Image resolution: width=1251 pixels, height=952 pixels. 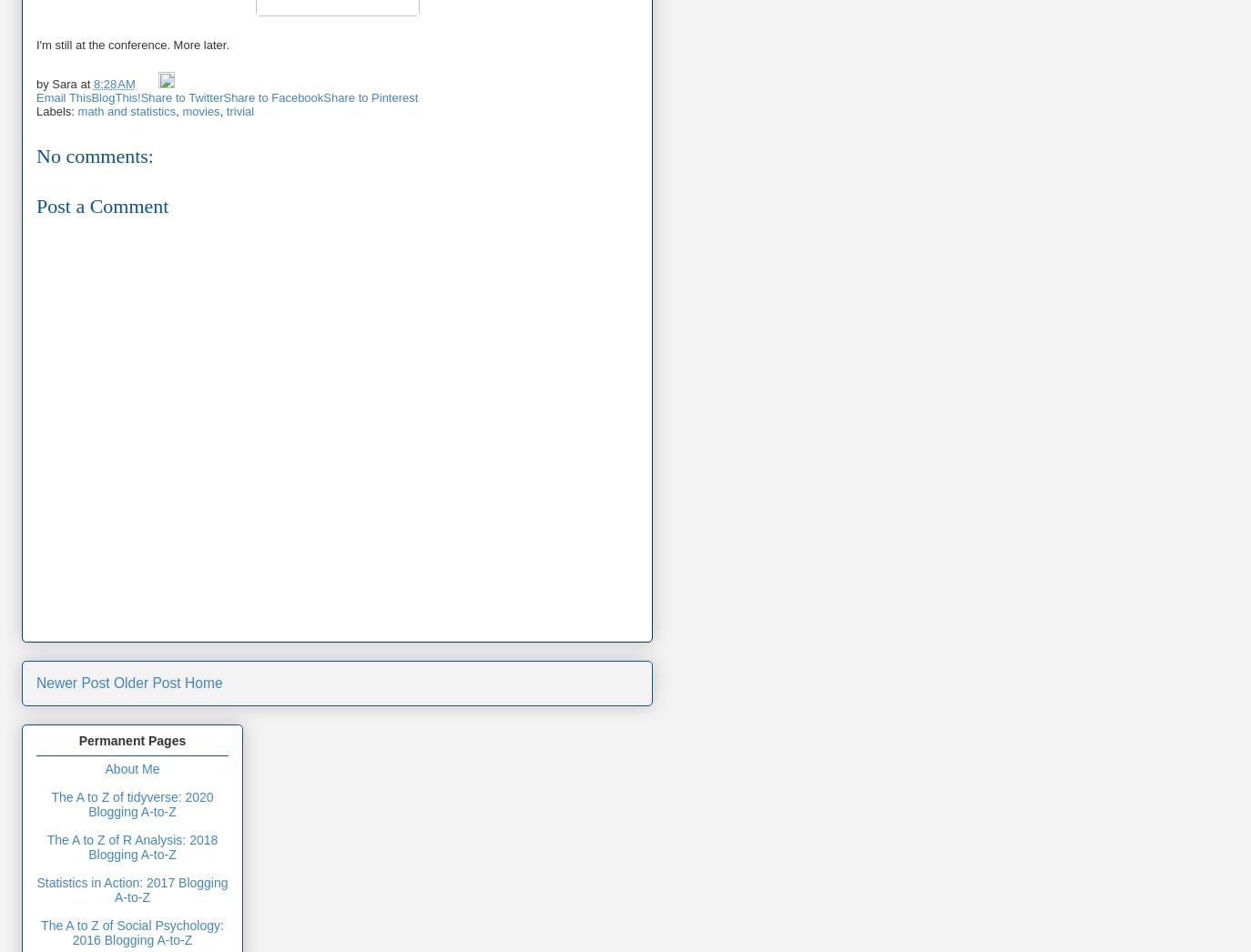 What do you see at coordinates (126, 109) in the screenshot?
I see `'math and statistics'` at bounding box center [126, 109].